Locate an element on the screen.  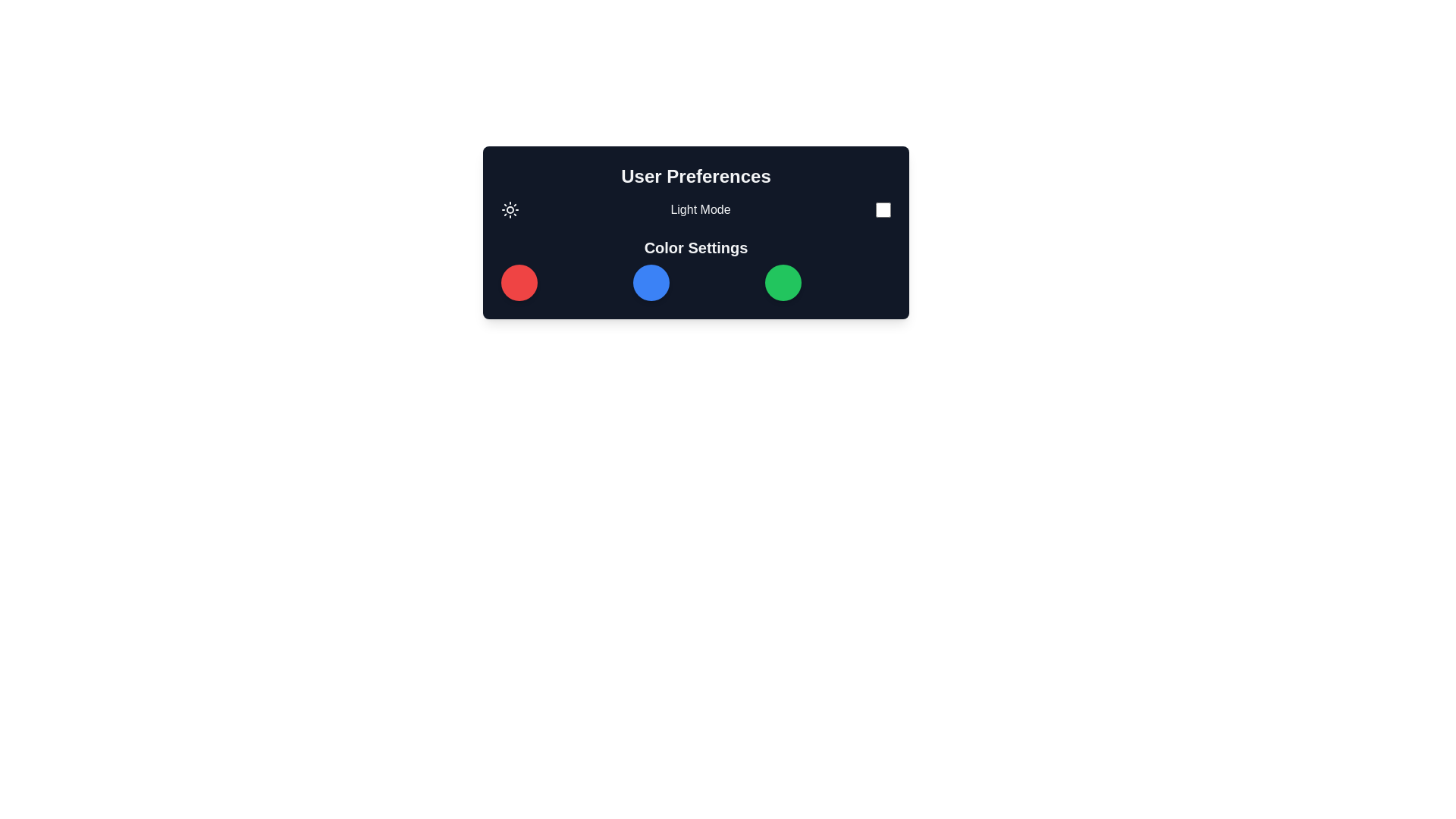
the 'User Preferences' label, which is styled with a large, bold font and positioned at the top center of the panel is located at coordinates (695, 175).